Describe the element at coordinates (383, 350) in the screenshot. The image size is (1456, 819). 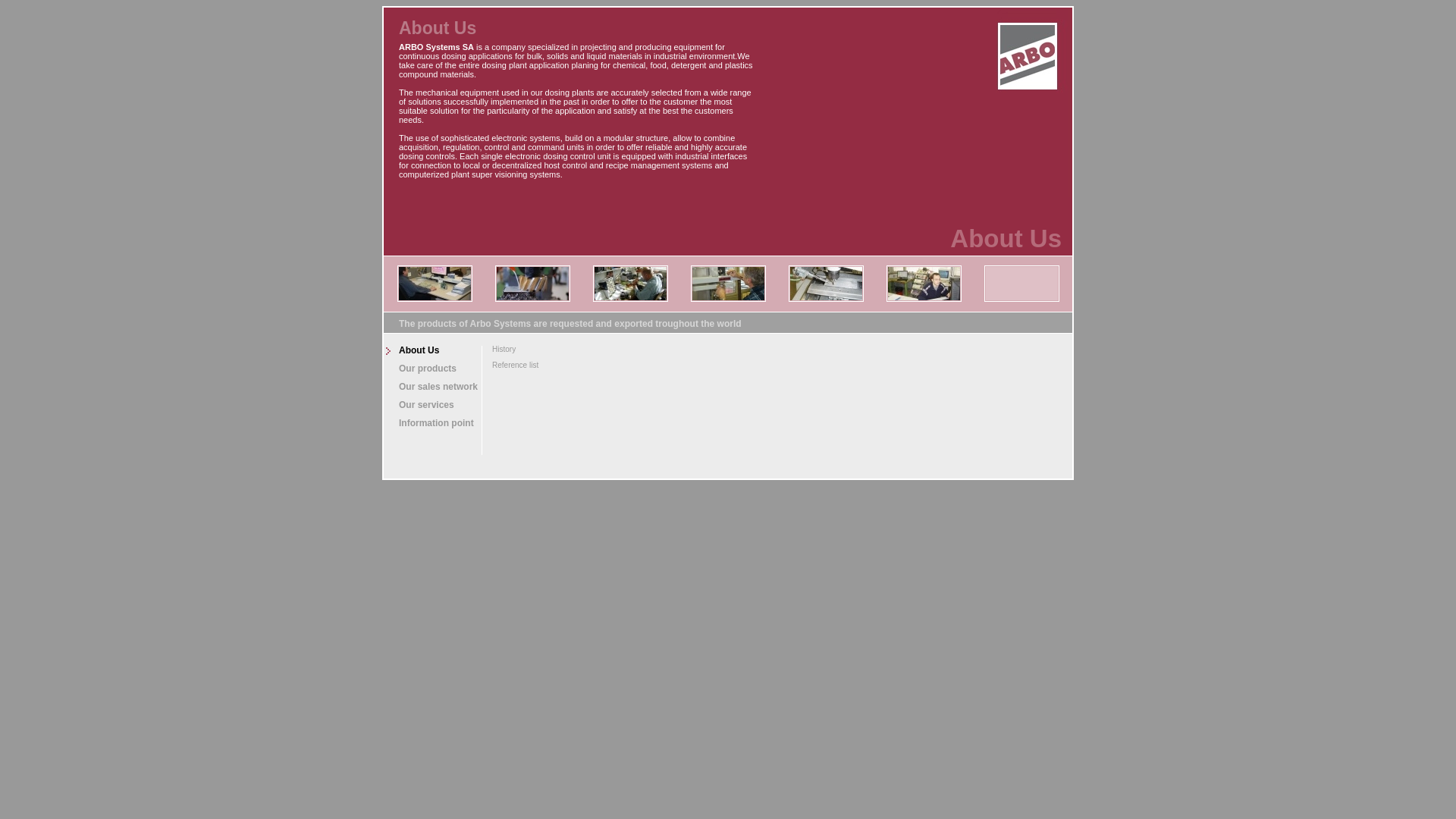
I see `'About Us'` at that location.